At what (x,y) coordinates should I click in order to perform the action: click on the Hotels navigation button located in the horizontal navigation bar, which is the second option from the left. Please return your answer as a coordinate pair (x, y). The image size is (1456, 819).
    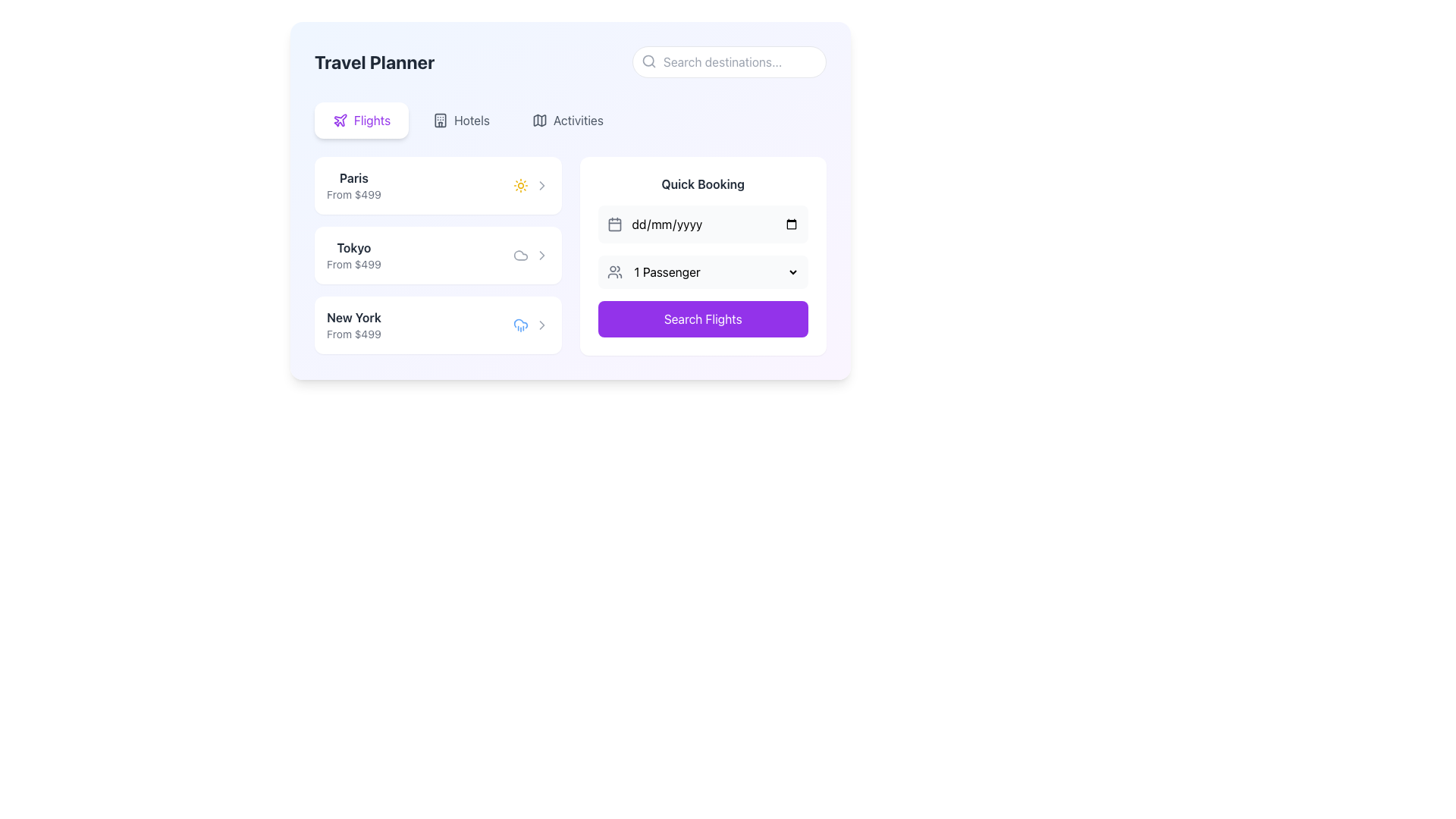
    Looking at the image, I should click on (460, 119).